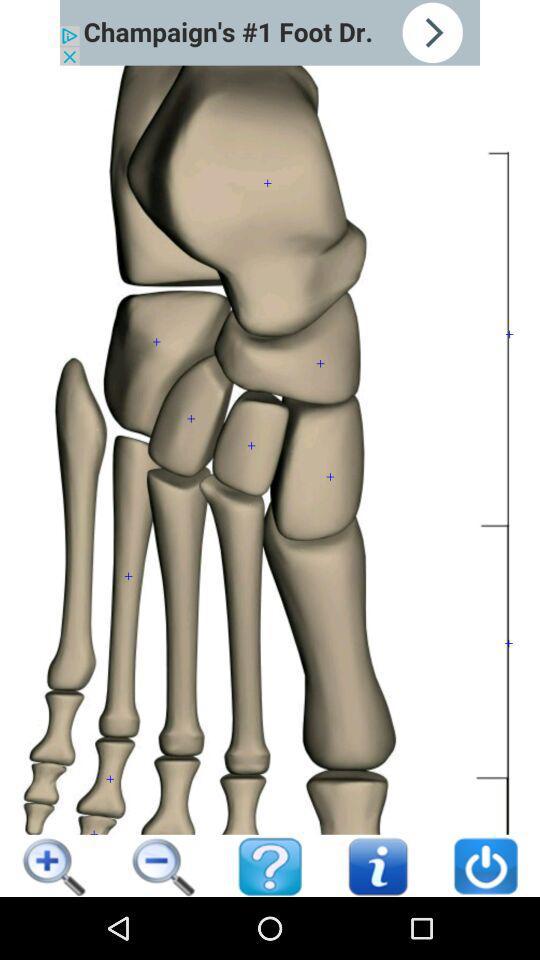 This screenshot has width=540, height=960. Describe the element at coordinates (161, 853) in the screenshot. I see `the pause icon` at that location.